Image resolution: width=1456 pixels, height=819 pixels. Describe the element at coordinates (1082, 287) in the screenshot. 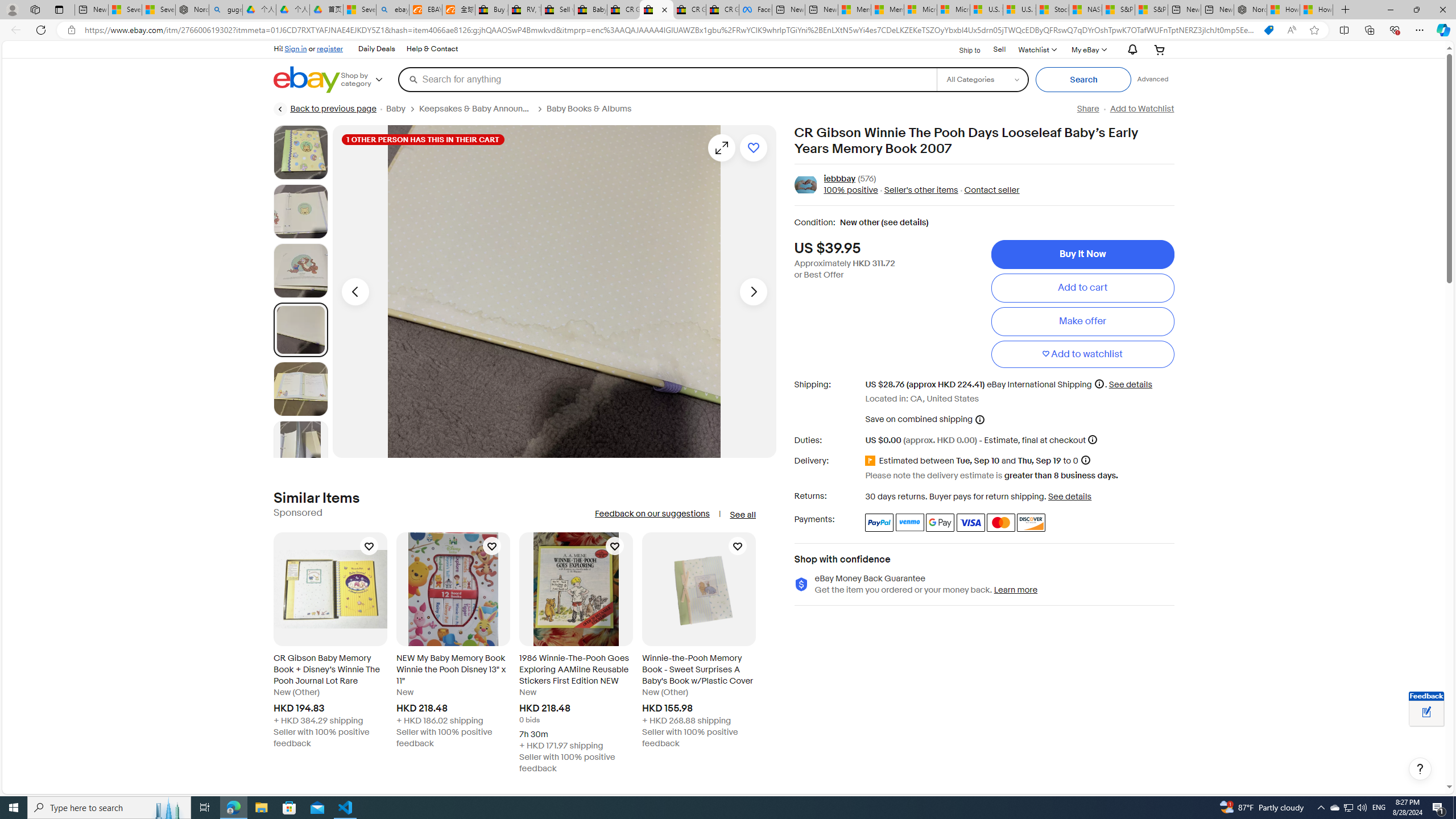

I see `'Add to cart'` at that location.